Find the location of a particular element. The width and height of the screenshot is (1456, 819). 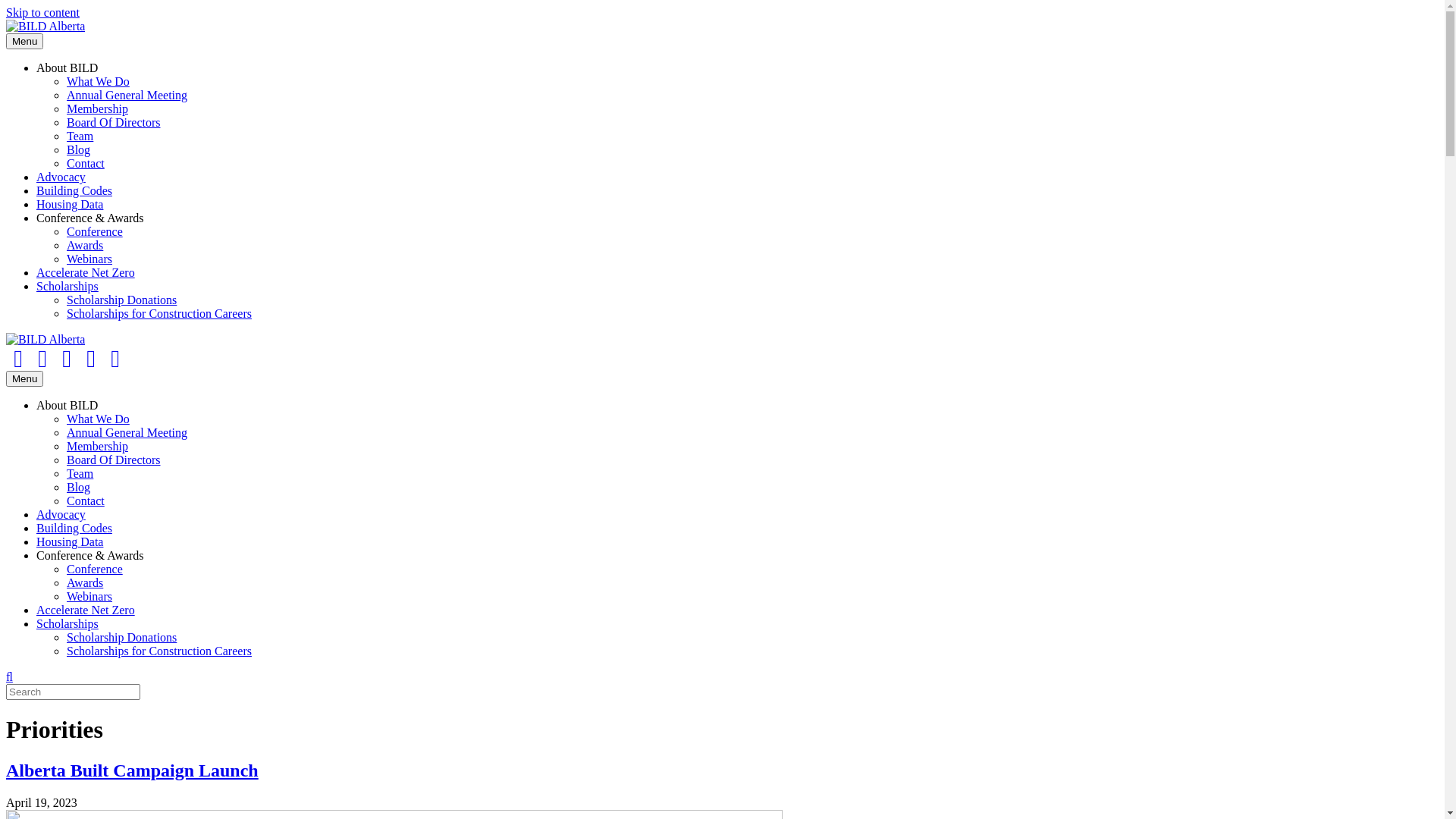

'About BILD' is located at coordinates (36, 67).